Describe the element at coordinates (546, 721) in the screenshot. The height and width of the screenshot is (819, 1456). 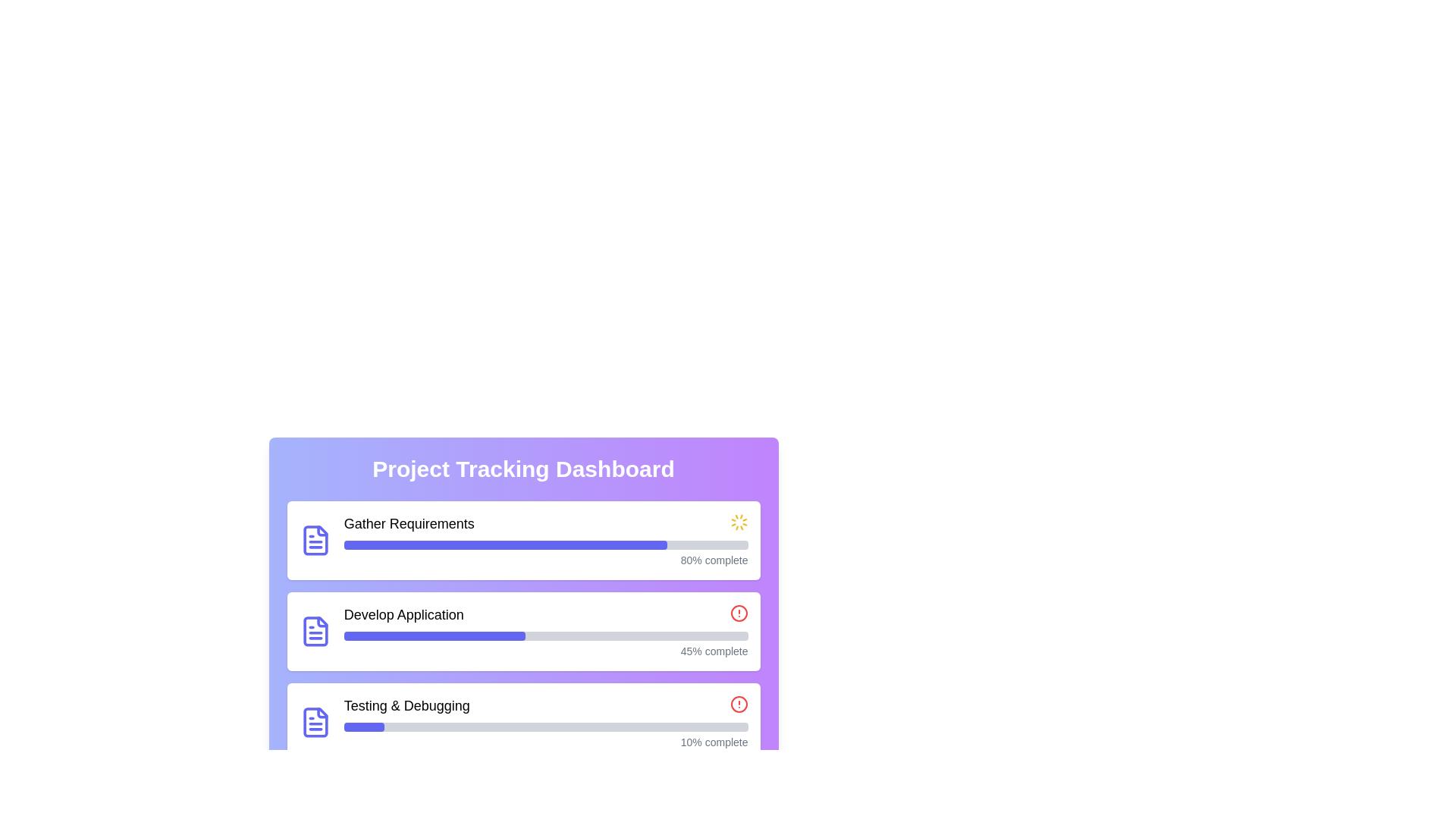
I see `the progress tracker component labeled 'Testing & Debugging'` at that location.